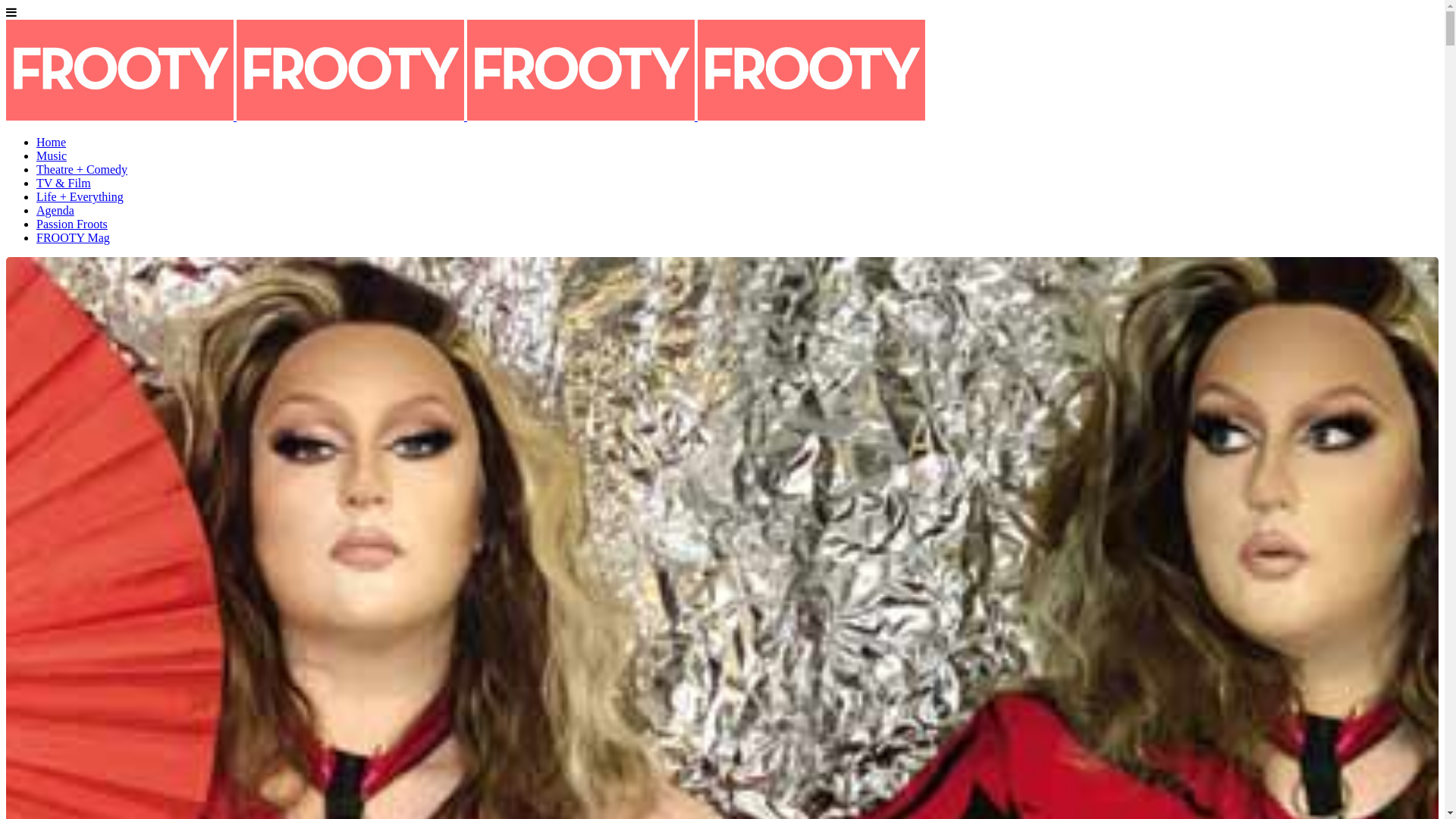 Image resolution: width=1456 pixels, height=819 pixels. What do you see at coordinates (6, 115) in the screenshot?
I see `'FROOTY'` at bounding box center [6, 115].